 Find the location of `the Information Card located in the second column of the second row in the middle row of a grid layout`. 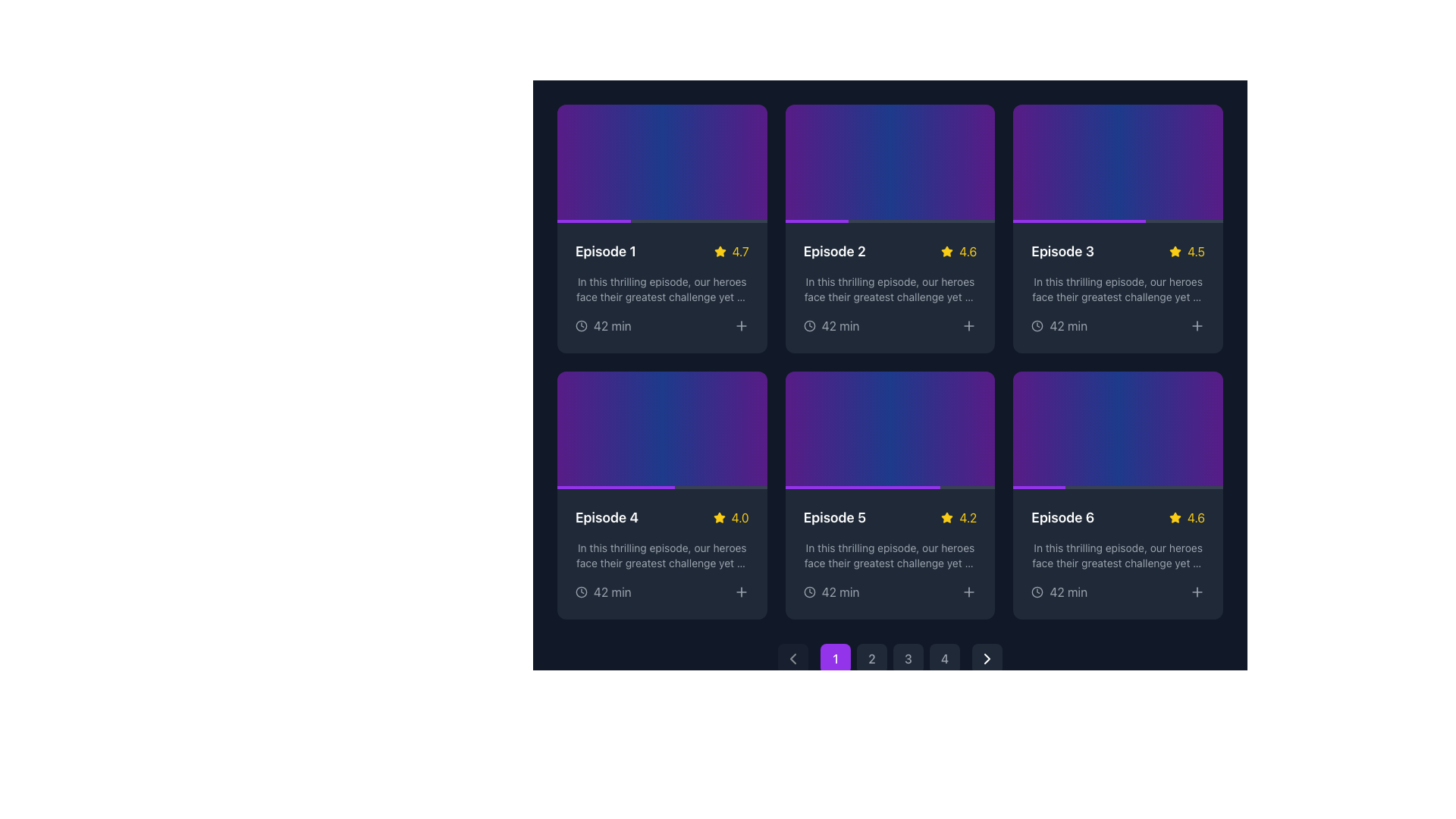

the Information Card located in the second column of the second row in the middle row of a grid layout is located at coordinates (890, 554).